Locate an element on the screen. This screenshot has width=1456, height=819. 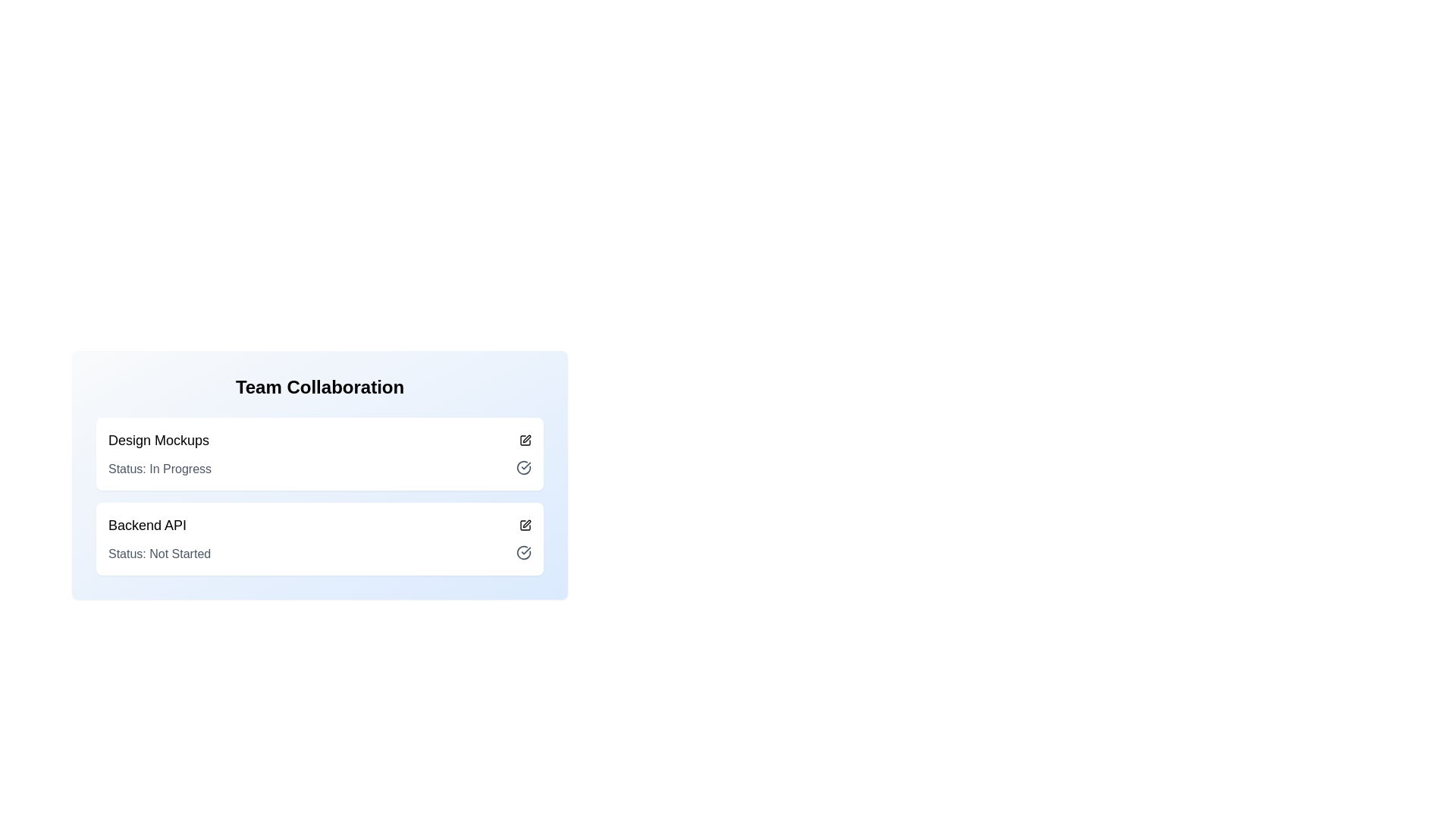
the icon resembling a pen, which is styled as a button and located to the right of the 'Design Mockups' text is located at coordinates (525, 441).